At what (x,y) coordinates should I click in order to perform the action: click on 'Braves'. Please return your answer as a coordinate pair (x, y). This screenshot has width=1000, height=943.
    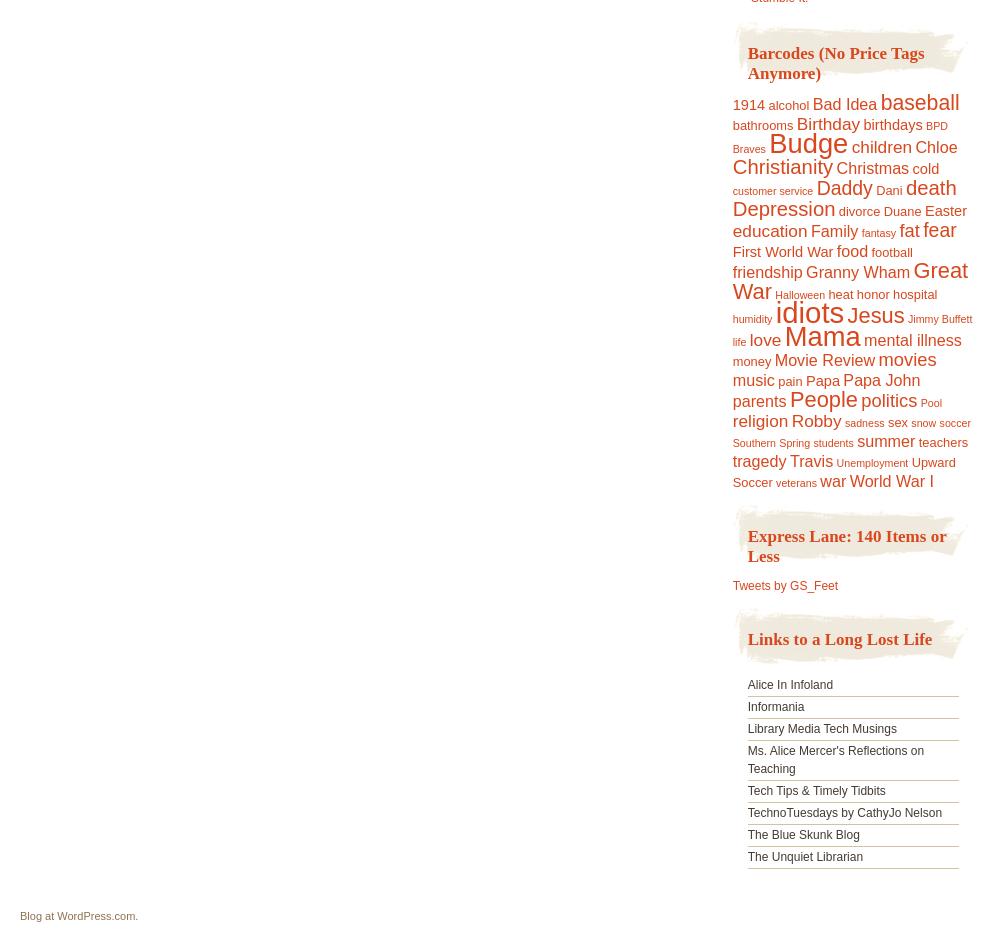
    Looking at the image, I should click on (747, 147).